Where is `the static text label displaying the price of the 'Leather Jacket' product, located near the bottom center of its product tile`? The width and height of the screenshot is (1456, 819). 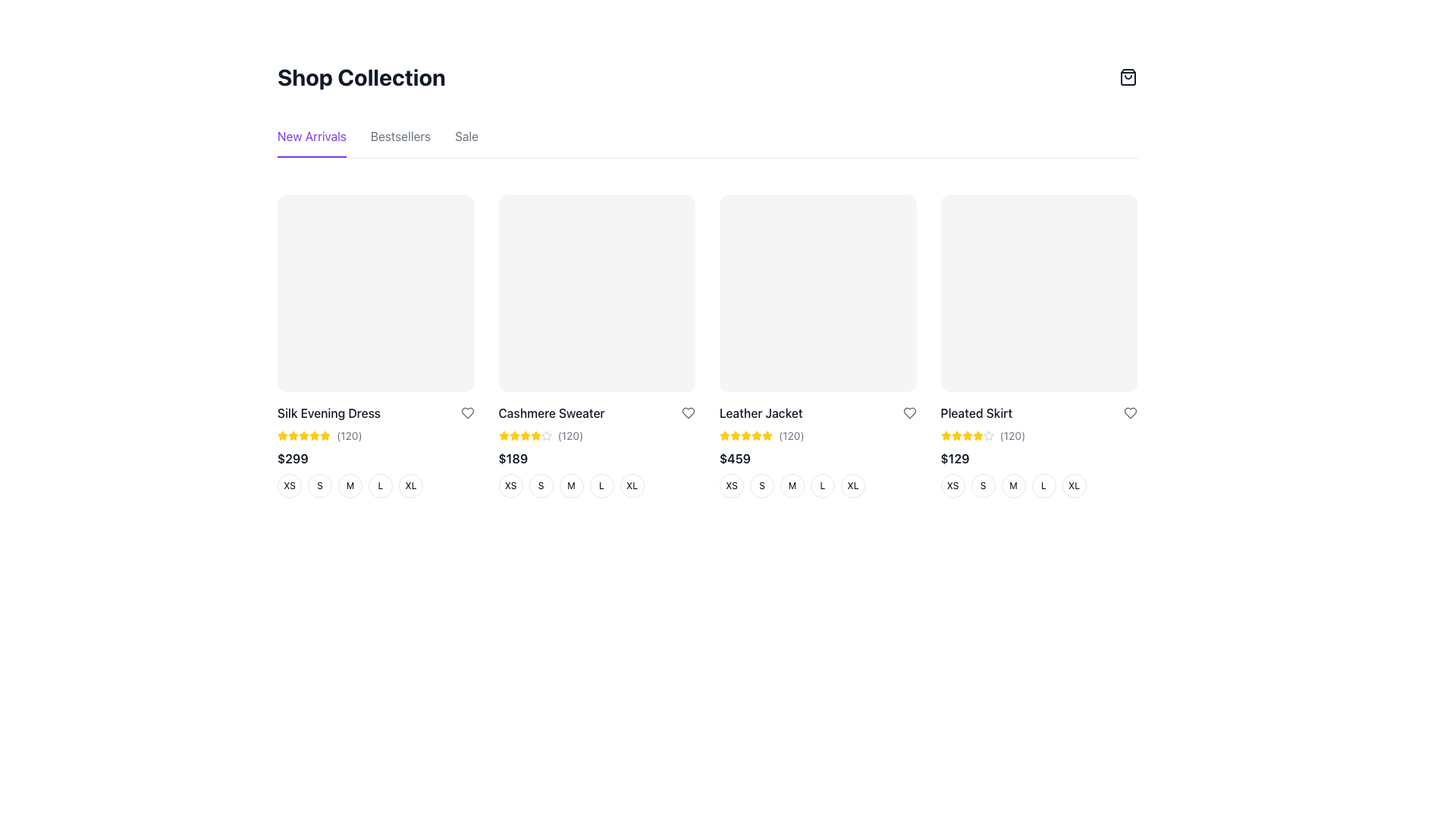
the static text label displaying the price of the 'Leather Jacket' product, located near the bottom center of its product tile is located at coordinates (735, 457).